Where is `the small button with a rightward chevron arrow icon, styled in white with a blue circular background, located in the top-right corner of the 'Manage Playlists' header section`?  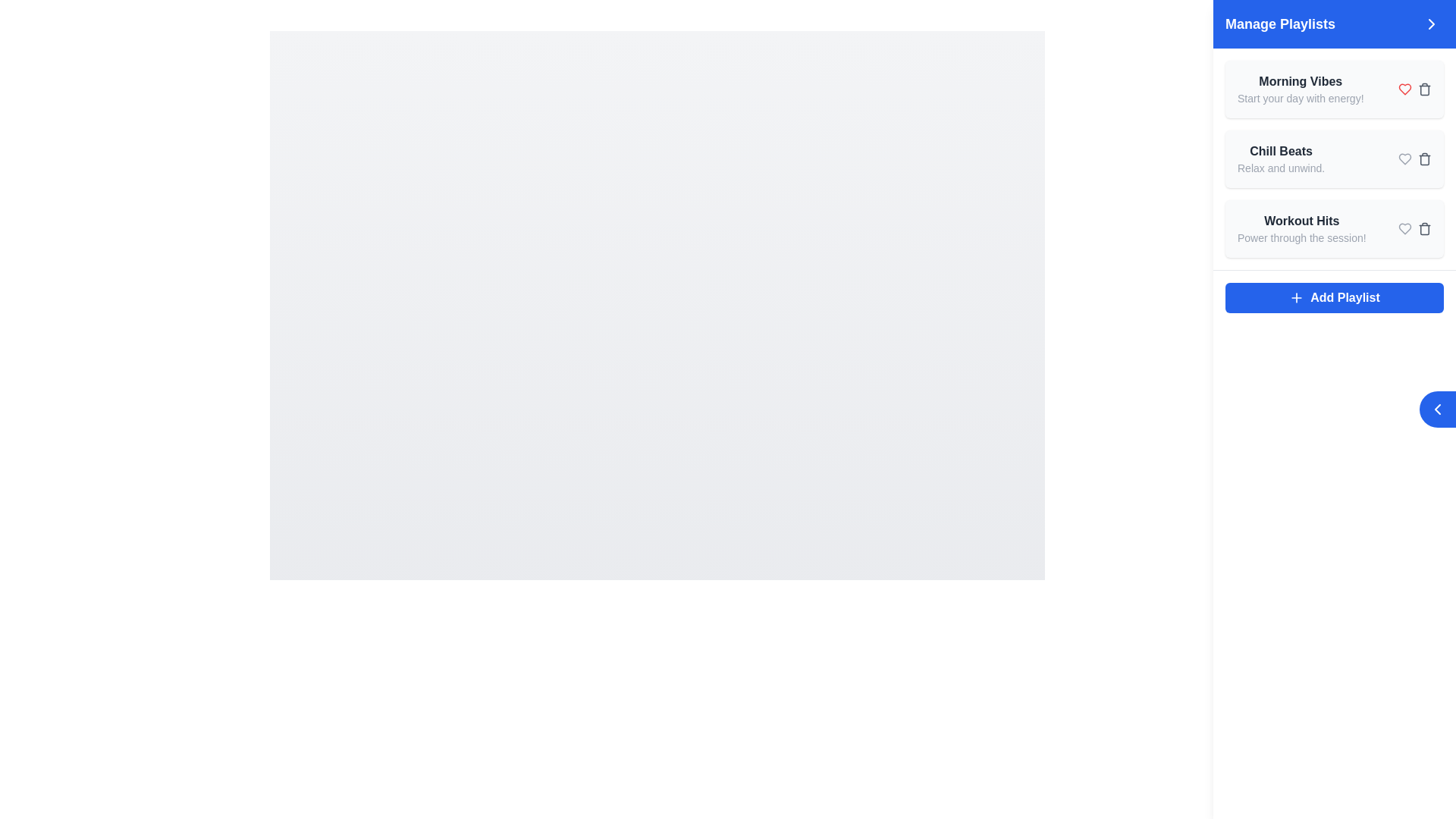 the small button with a rightward chevron arrow icon, styled in white with a blue circular background, located in the top-right corner of the 'Manage Playlists' header section is located at coordinates (1430, 24).